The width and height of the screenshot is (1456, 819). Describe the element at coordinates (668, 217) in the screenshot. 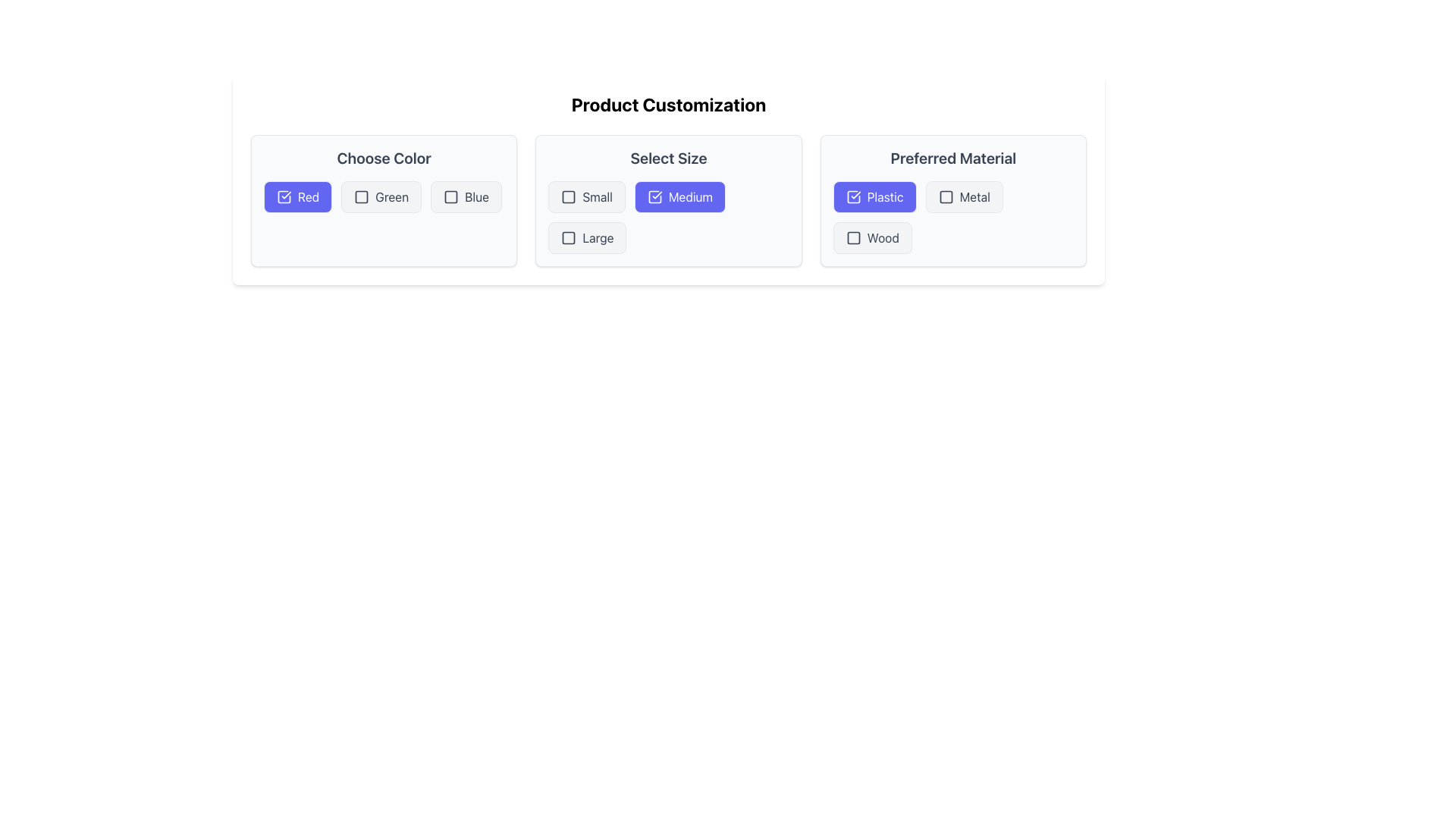

I see `the second size option in the 'Select Size' group` at that location.